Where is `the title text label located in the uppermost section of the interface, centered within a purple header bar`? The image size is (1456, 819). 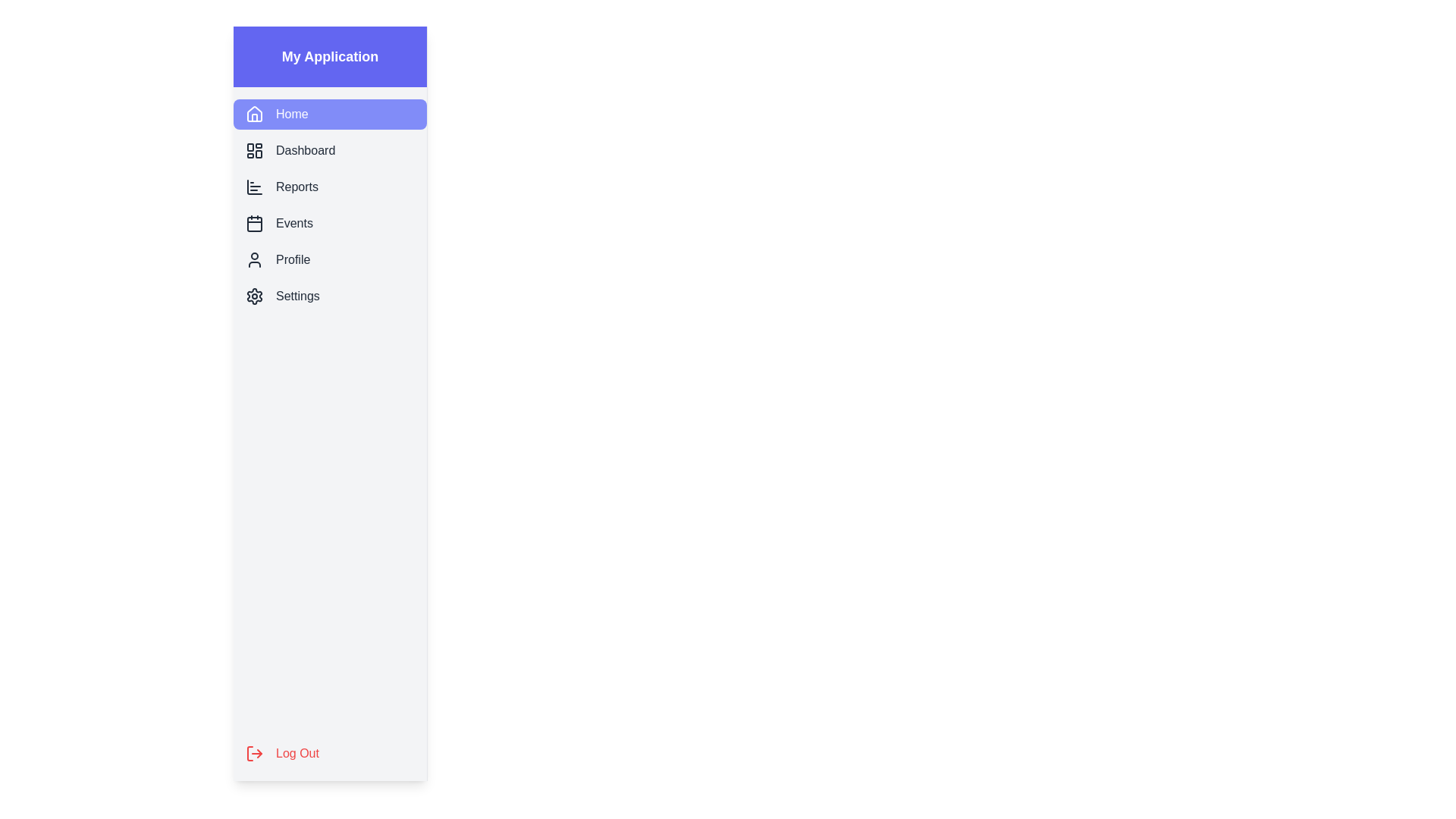 the title text label located in the uppermost section of the interface, centered within a purple header bar is located at coordinates (329, 55).